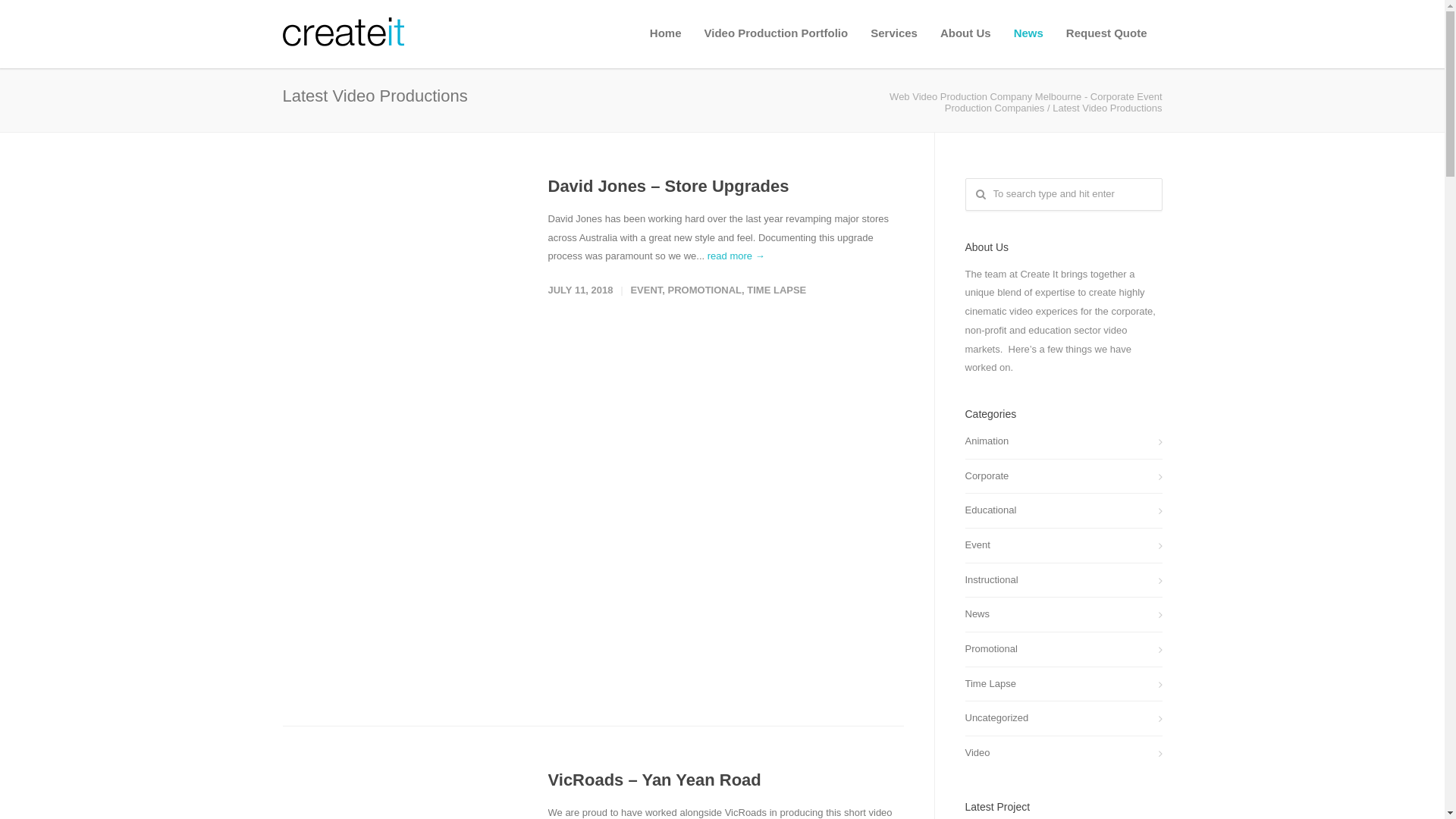 Image resolution: width=1456 pixels, height=819 pixels. I want to click on 'News', so click(1002, 33).